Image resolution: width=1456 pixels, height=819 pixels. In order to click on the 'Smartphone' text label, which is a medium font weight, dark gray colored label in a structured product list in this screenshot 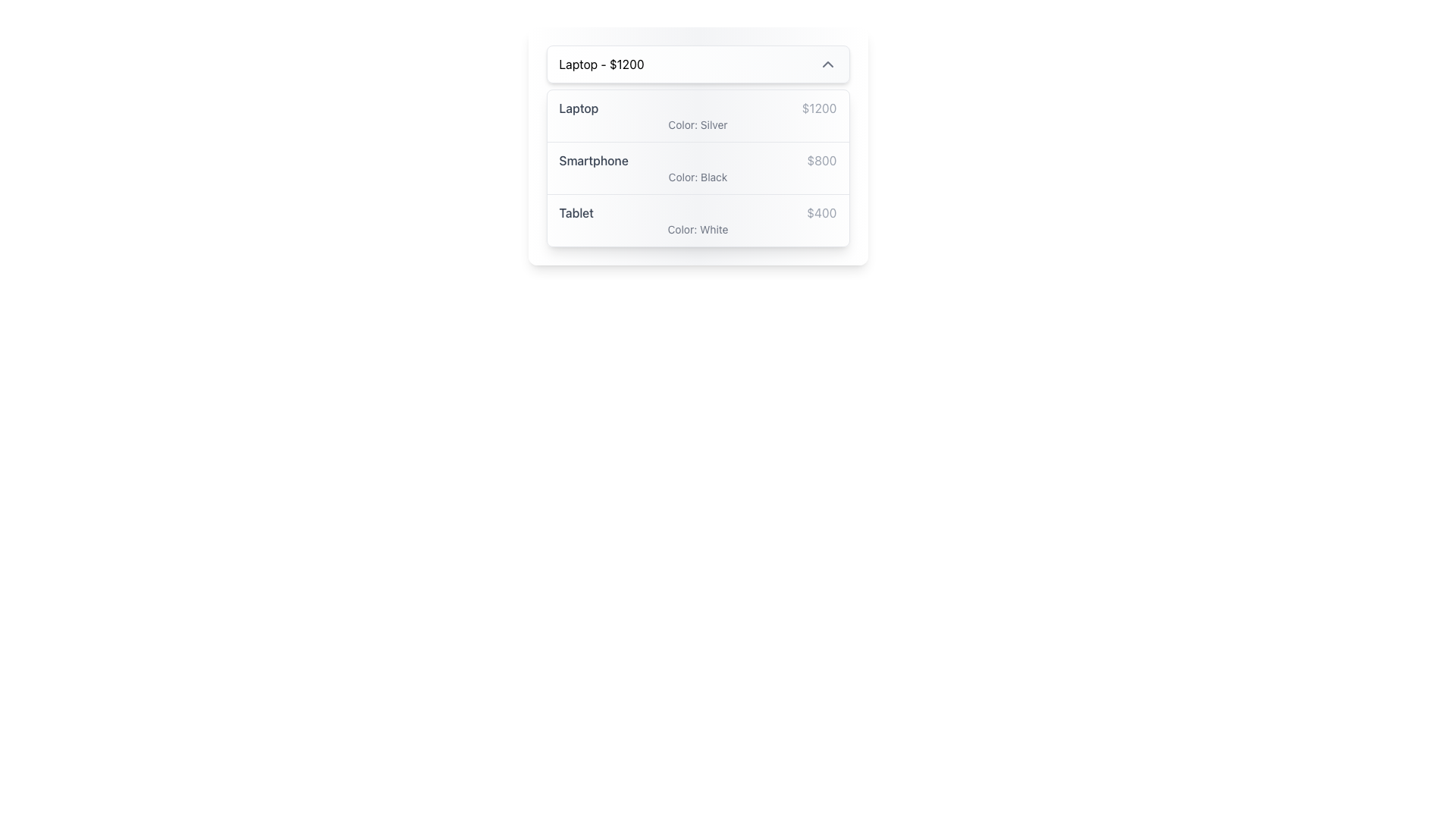, I will do `click(593, 161)`.